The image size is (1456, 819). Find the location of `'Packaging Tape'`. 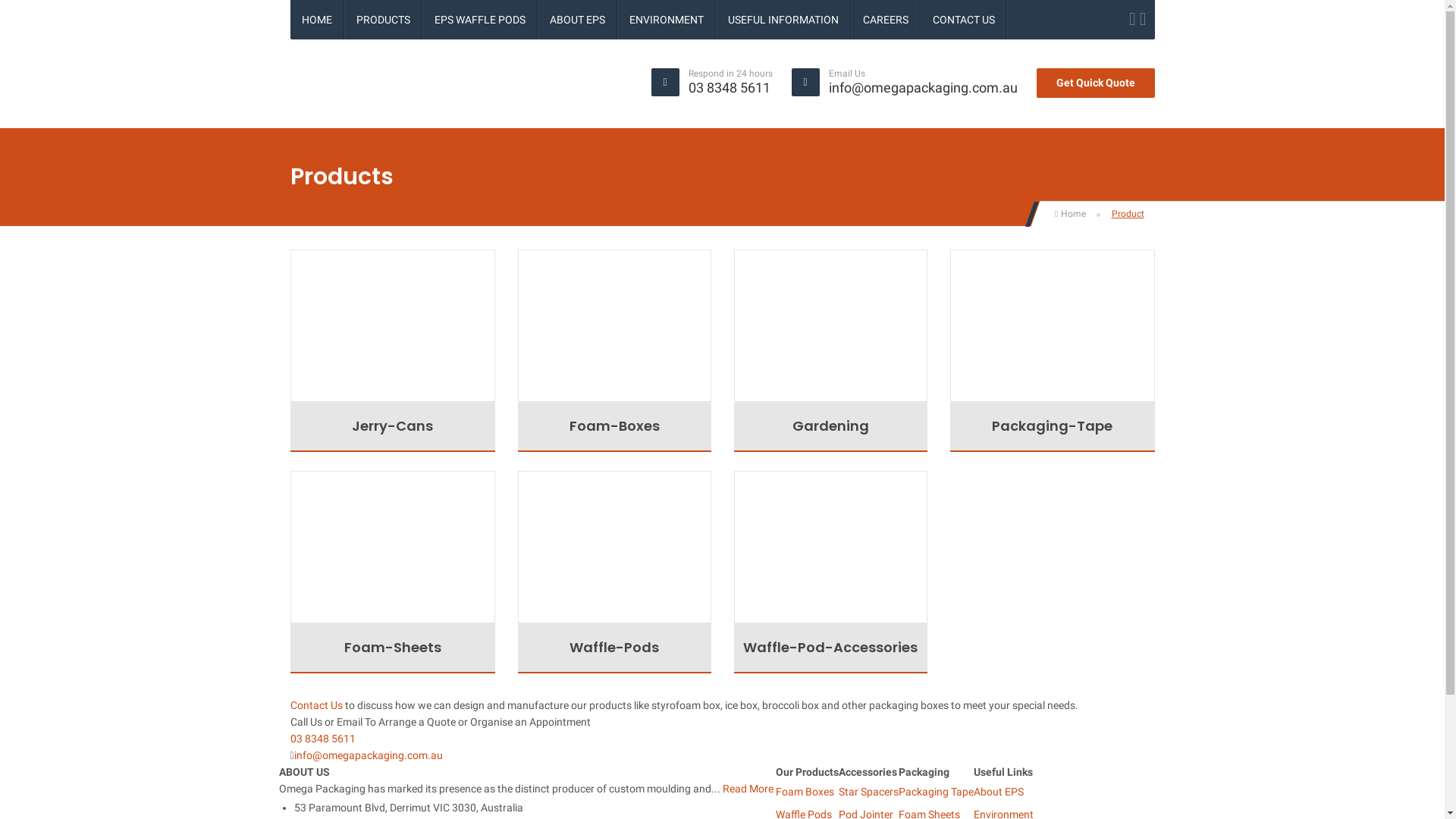

'Packaging Tape' is located at coordinates (934, 791).